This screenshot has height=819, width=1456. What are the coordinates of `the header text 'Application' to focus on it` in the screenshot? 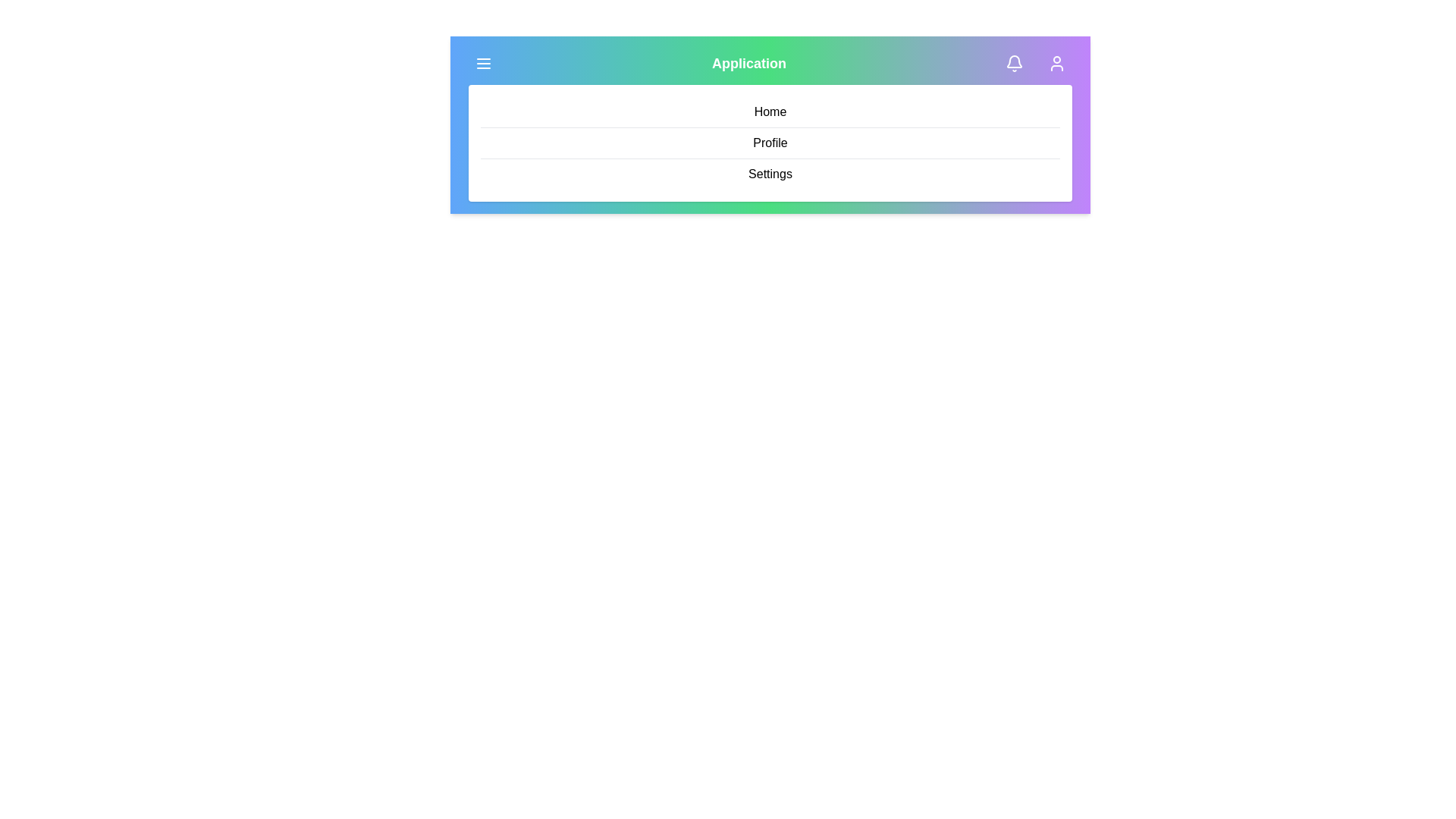 It's located at (749, 63).